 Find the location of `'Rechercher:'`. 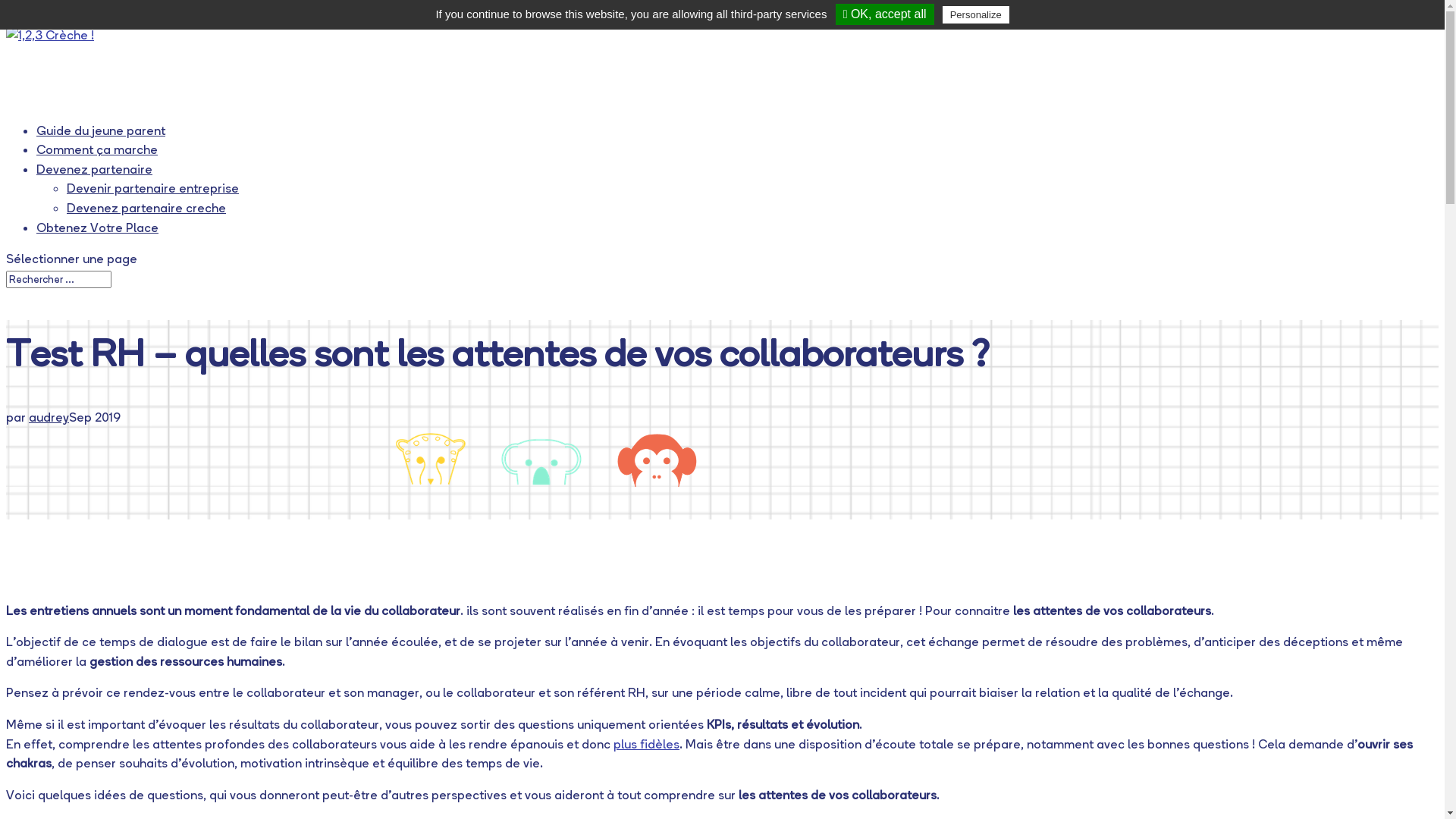

'Rechercher:' is located at coordinates (6, 279).